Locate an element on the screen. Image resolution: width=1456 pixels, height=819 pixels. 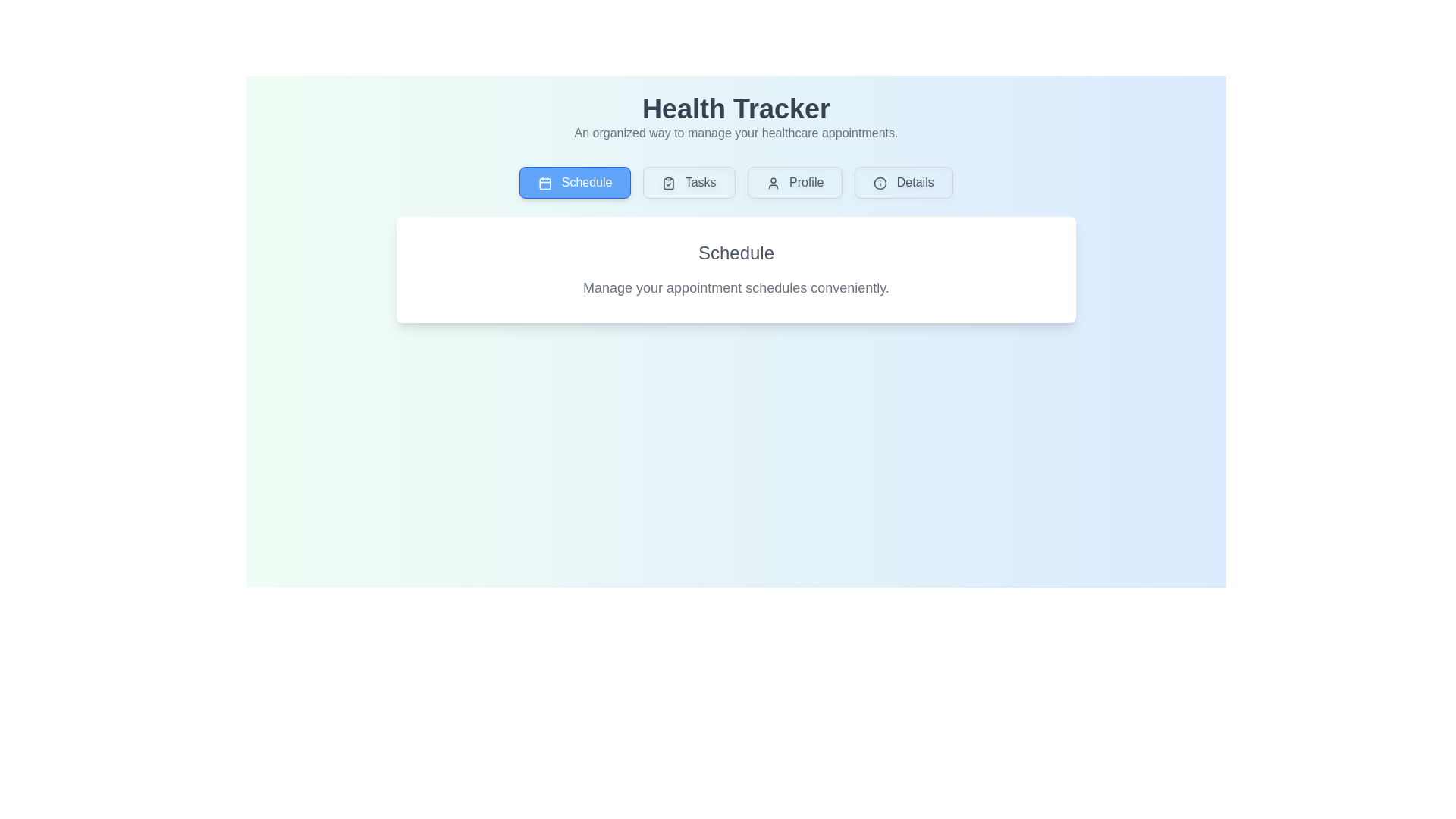
the Details tab by clicking on its button is located at coordinates (903, 181).